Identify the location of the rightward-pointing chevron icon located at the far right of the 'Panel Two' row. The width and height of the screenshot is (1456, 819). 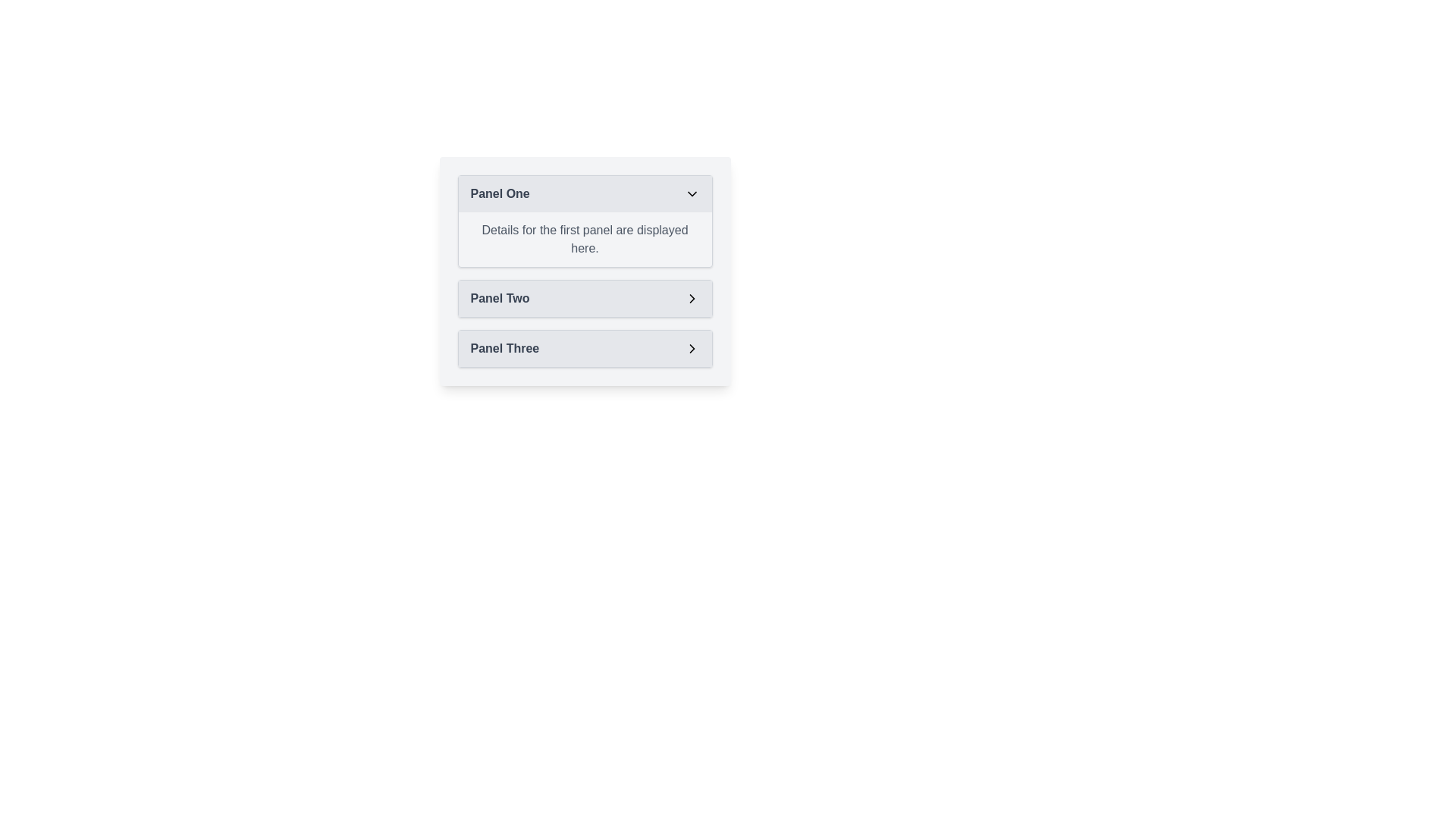
(691, 298).